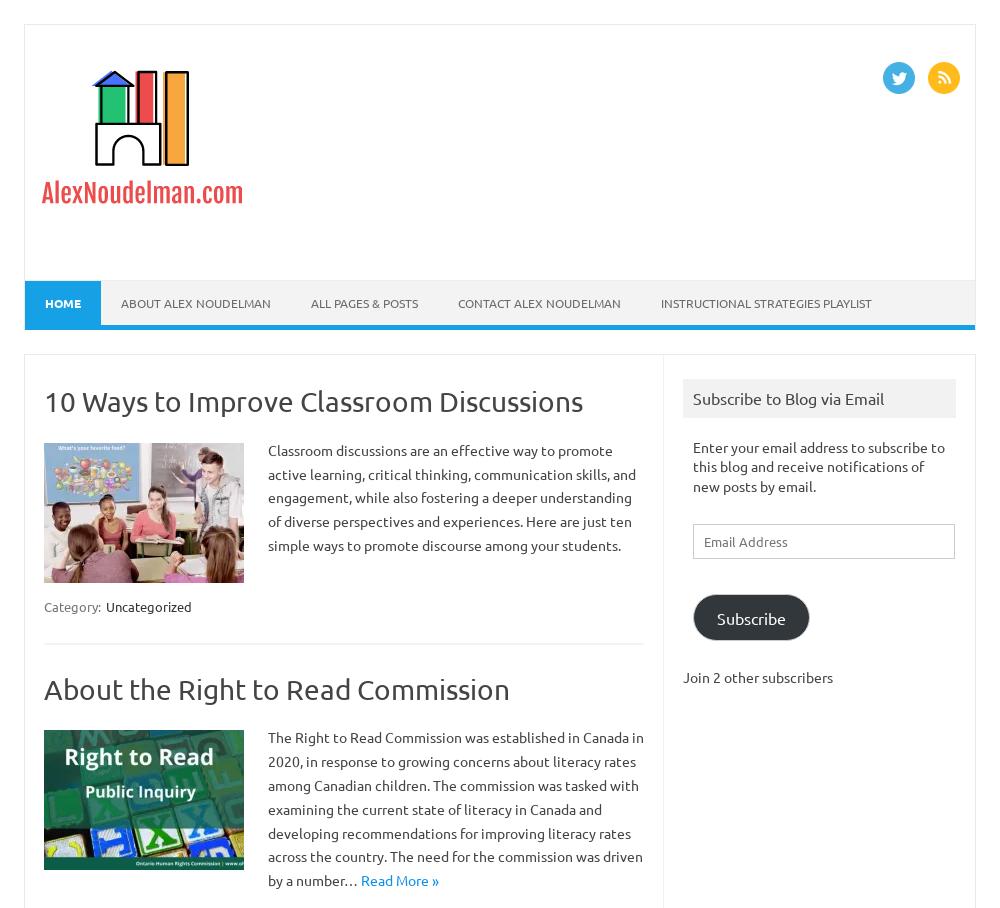  What do you see at coordinates (277, 687) in the screenshot?
I see `'About the Right to Read Commission'` at bounding box center [277, 687].